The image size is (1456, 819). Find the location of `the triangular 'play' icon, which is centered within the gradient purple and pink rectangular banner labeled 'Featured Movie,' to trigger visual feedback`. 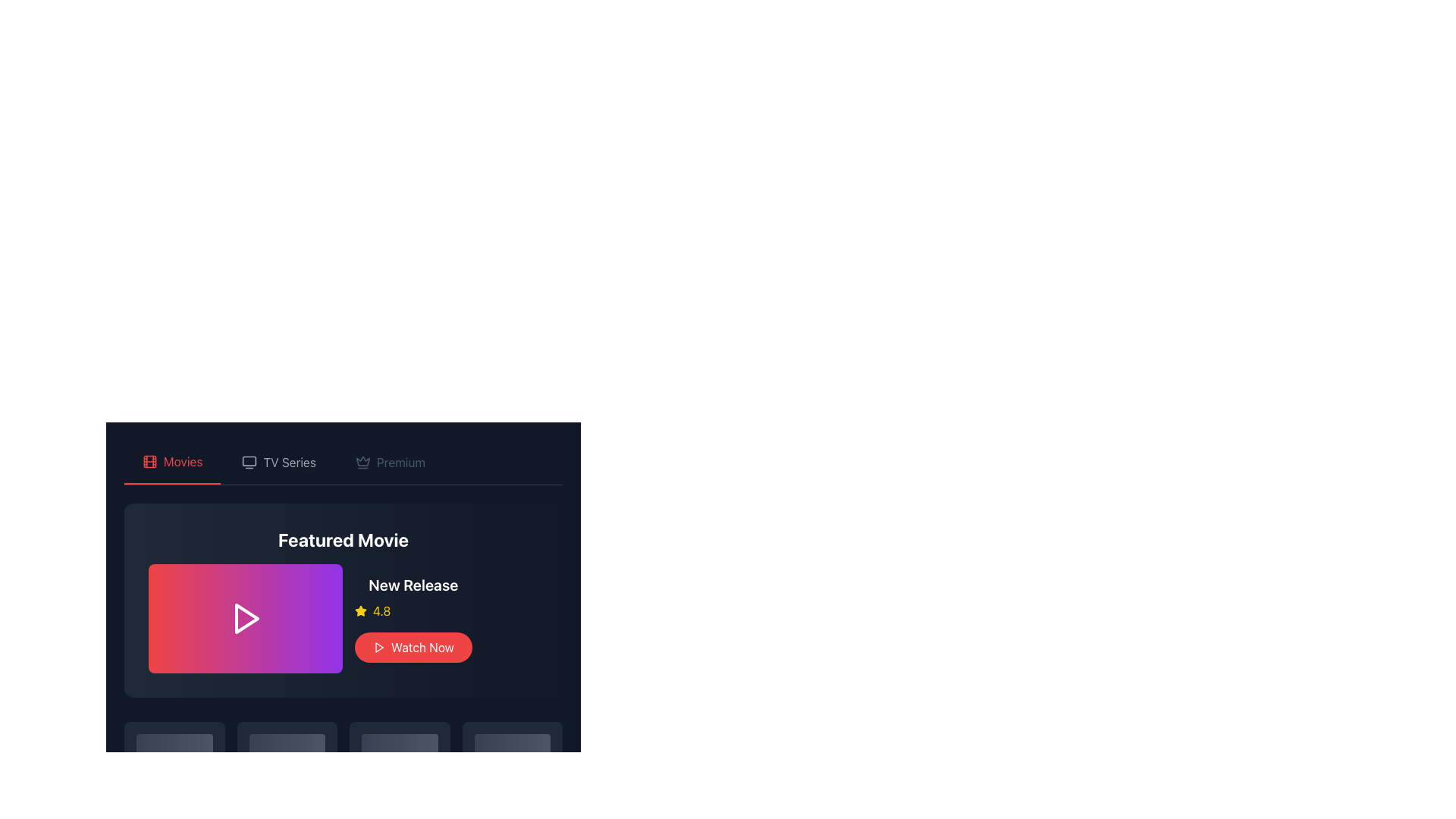

the triangular 'play' icon, which is centered within the gradient purple and pink rectangular banner labeled 'Featured Movie,' to trigger visual feedback is located at coordinates (247, 619).